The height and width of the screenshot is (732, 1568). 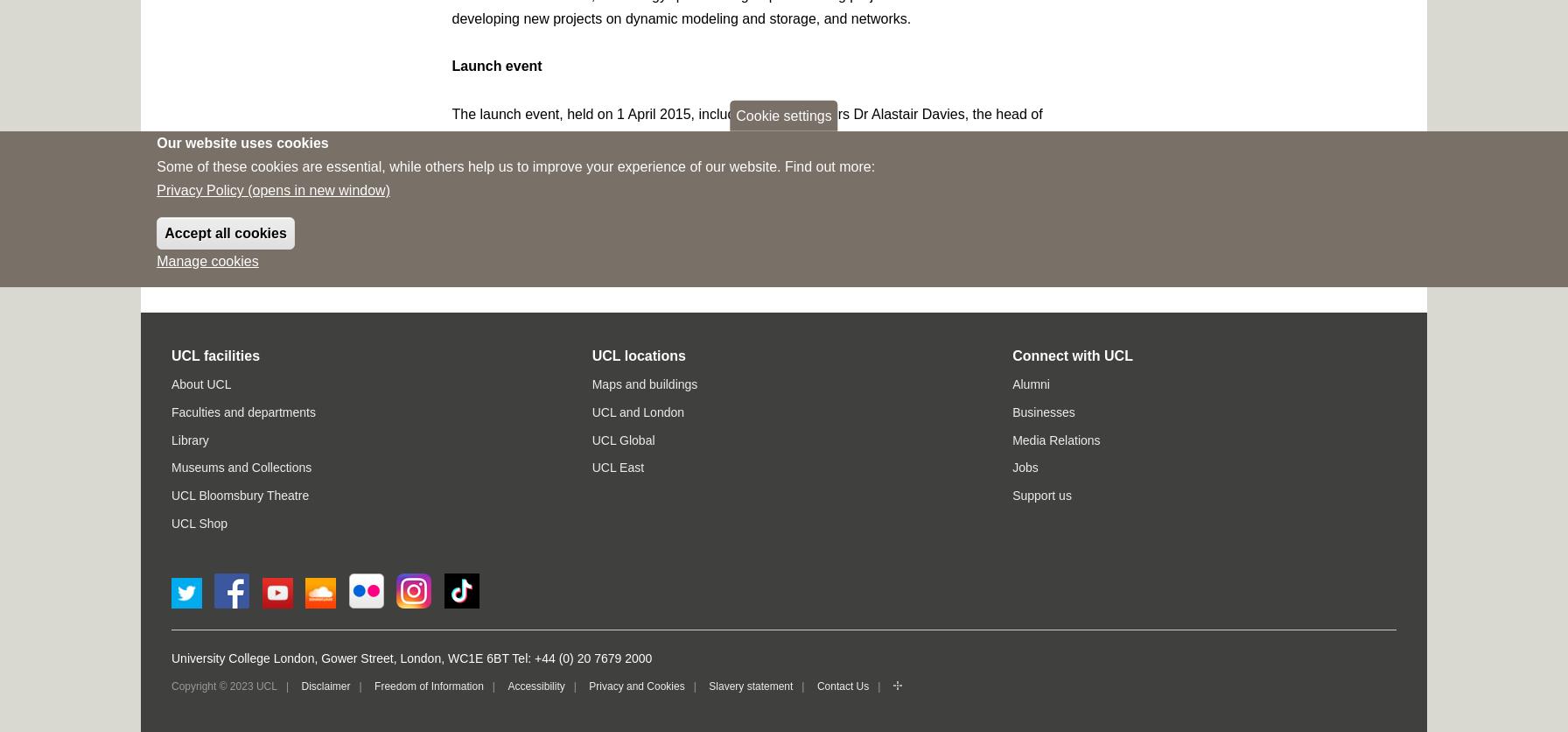 What do you see at coordinates (1041, 494) in the screenshot?
I see `'Support us'` at bounding box center [1041, 494].